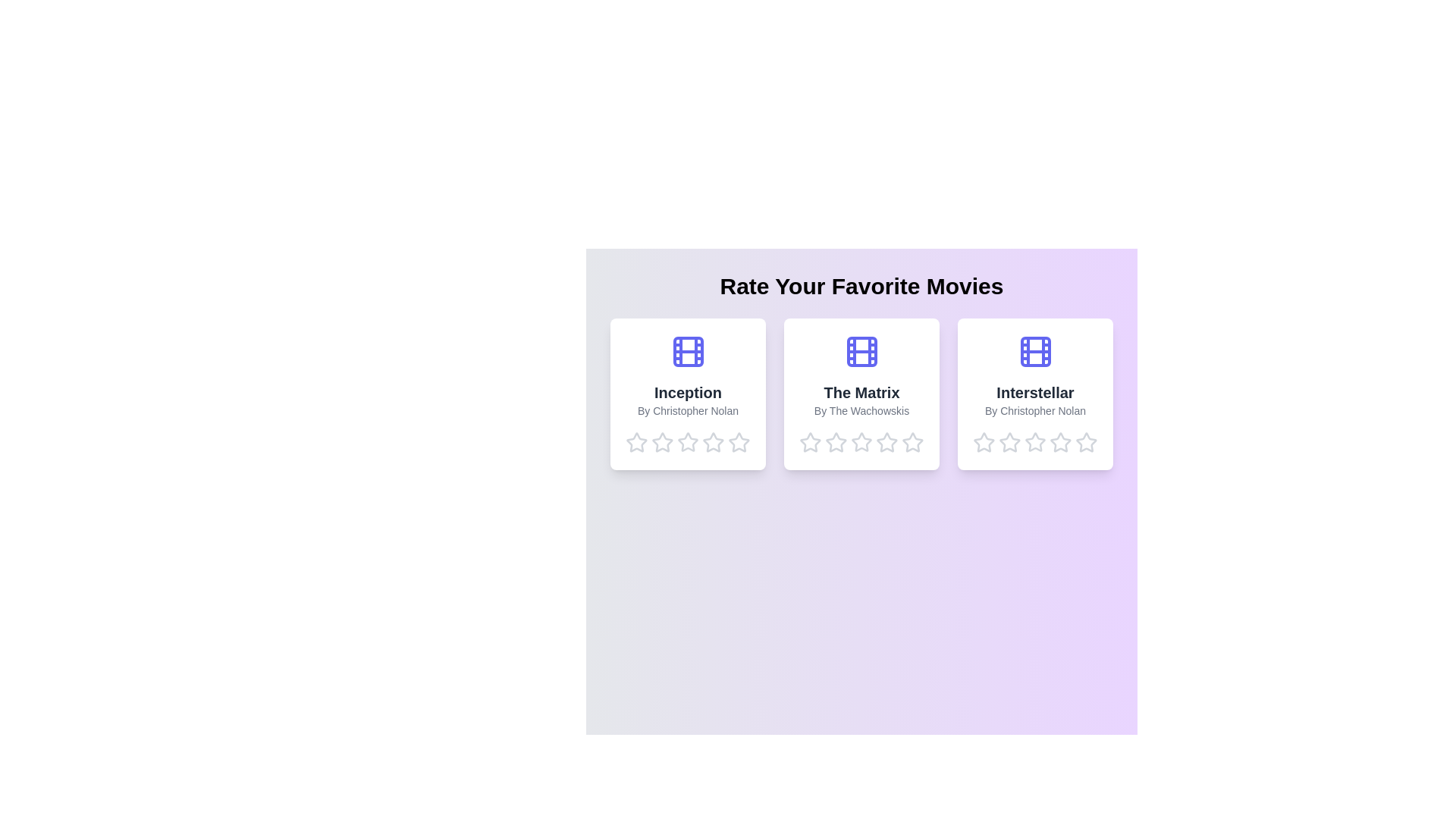 The width and height of the screenshot is (1456, 819). What do you see at coordinates (739, 442) in the screenshot?
I see `the star corresponding to 5 stars for the movie Inception` at bounding box center [739, 442].